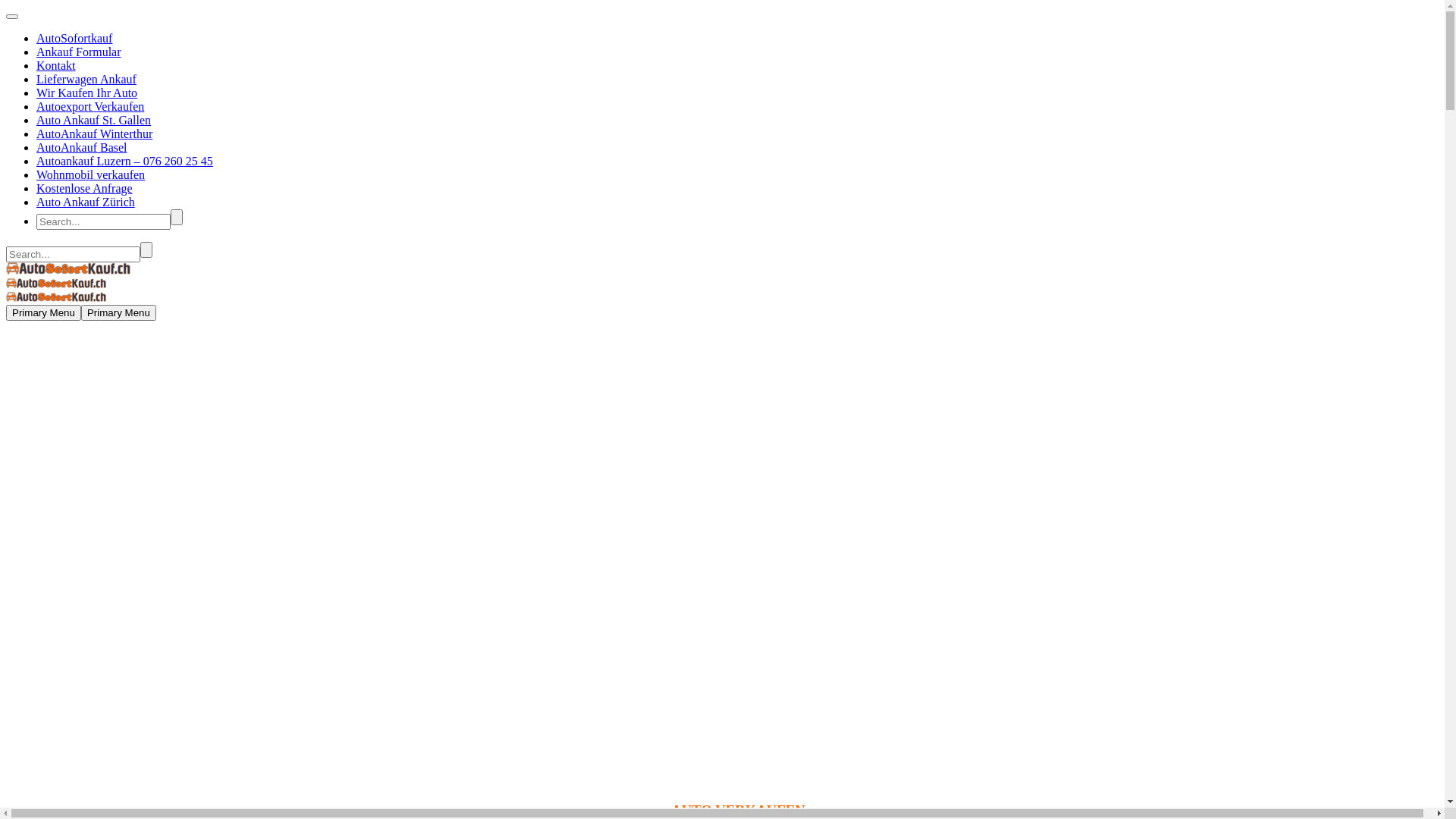 This screenshot has height=819, width=1456. What do you see at coordinates (36, 51) in the screenshot?
I see `'Ankauf Formular'` at bounding box center [36, 51].